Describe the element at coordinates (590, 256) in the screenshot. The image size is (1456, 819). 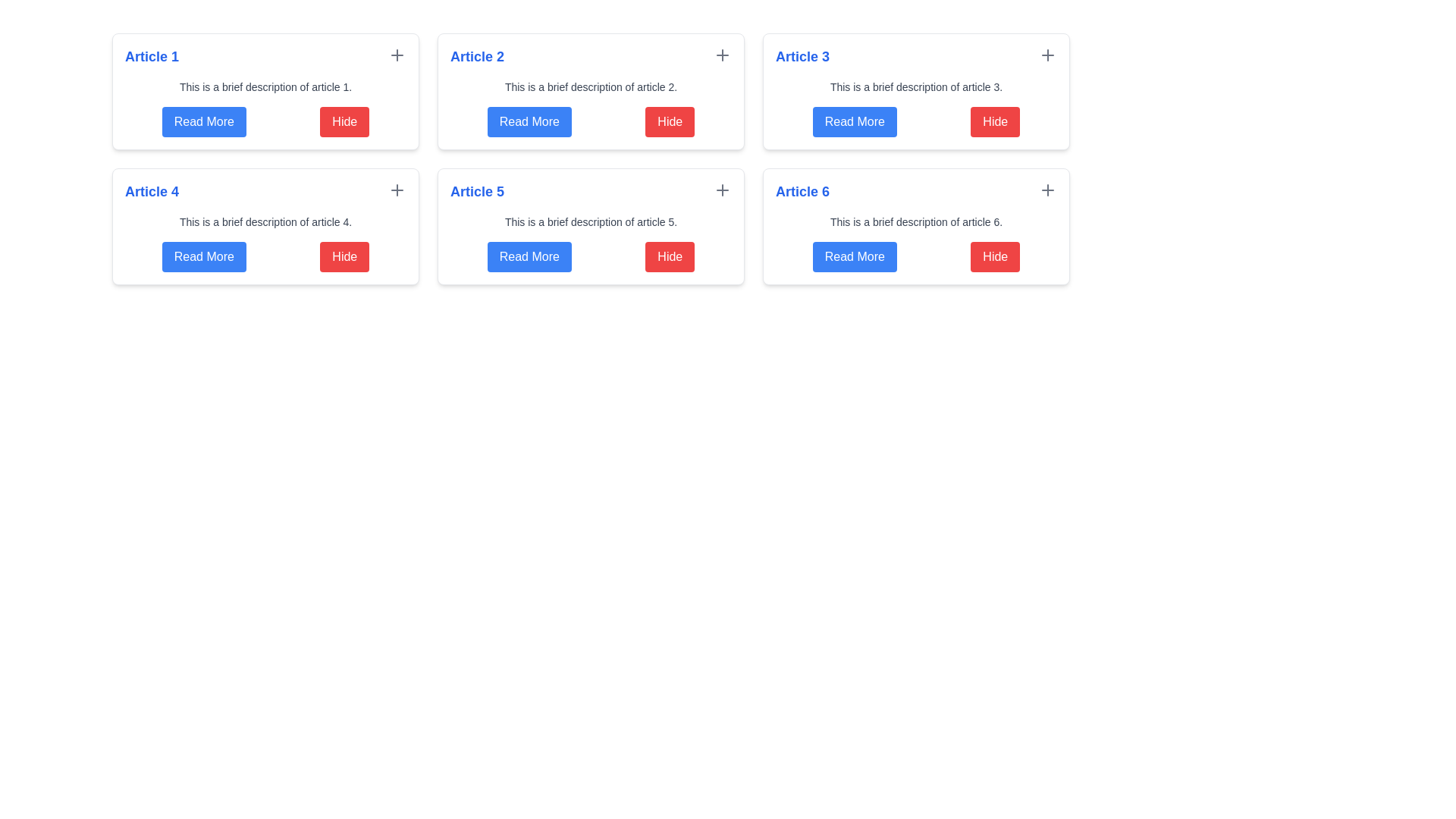
I see `the 'Read More' button located at the bottom part of the 'Article 5' card, just beneath the brief article description` at that location.